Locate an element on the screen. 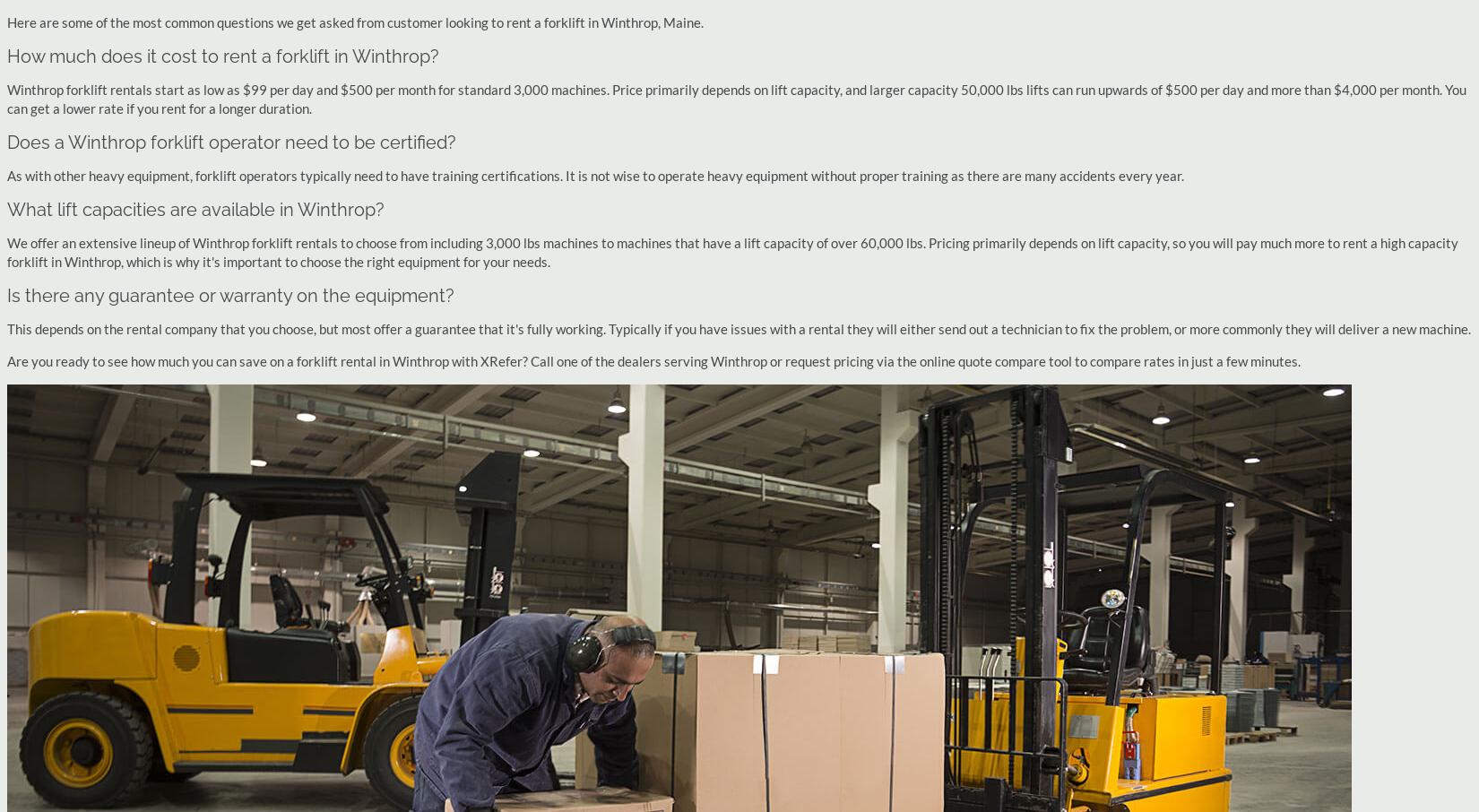 This screenshot has width=1479, height=812. 'Is there any guarantee or warranty on the equipment?' is located at coordinates (230, 295).